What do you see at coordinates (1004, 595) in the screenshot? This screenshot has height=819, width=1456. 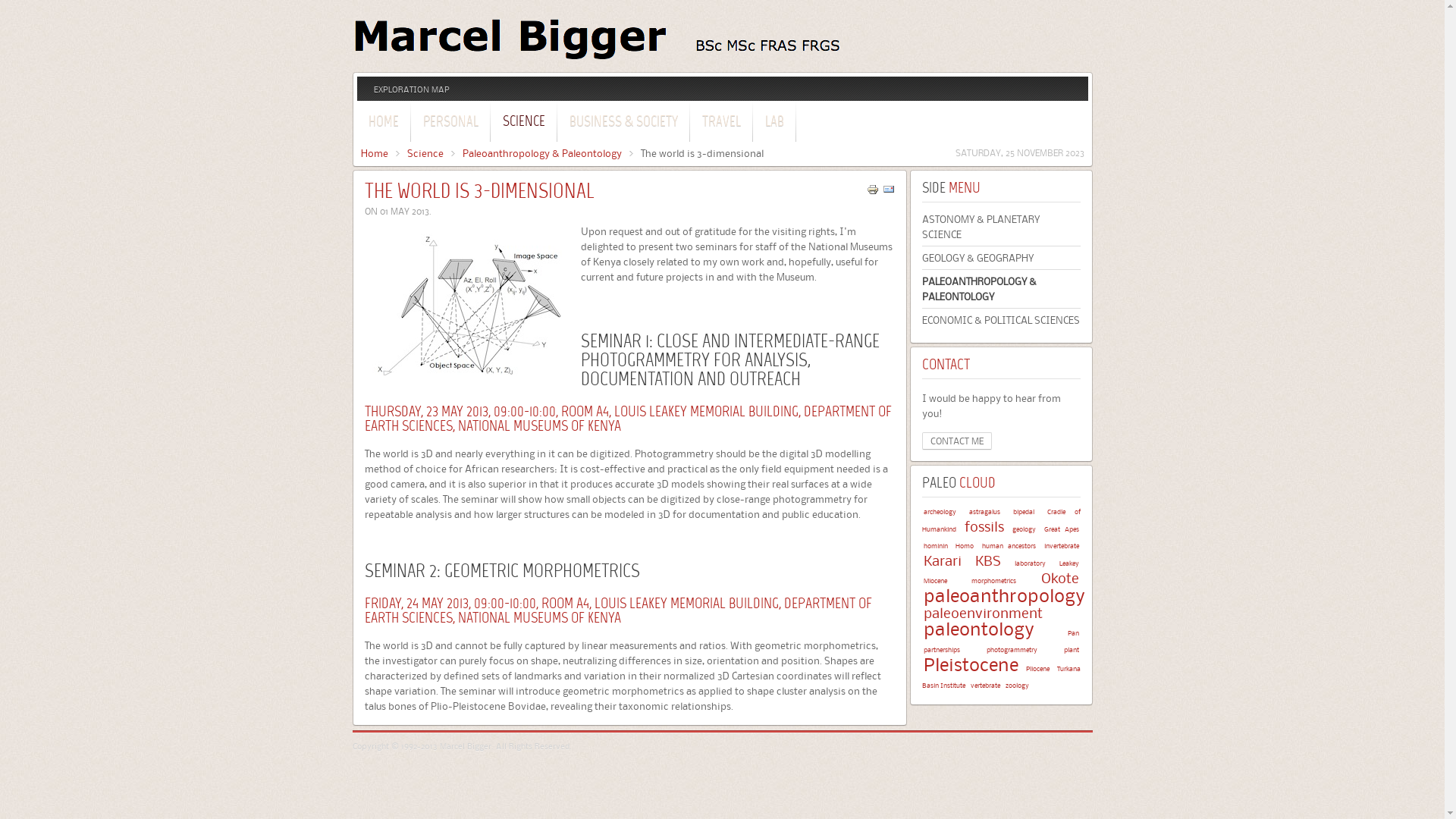 I see `'paleoanthropology'` at bounding box center [1004, 595].